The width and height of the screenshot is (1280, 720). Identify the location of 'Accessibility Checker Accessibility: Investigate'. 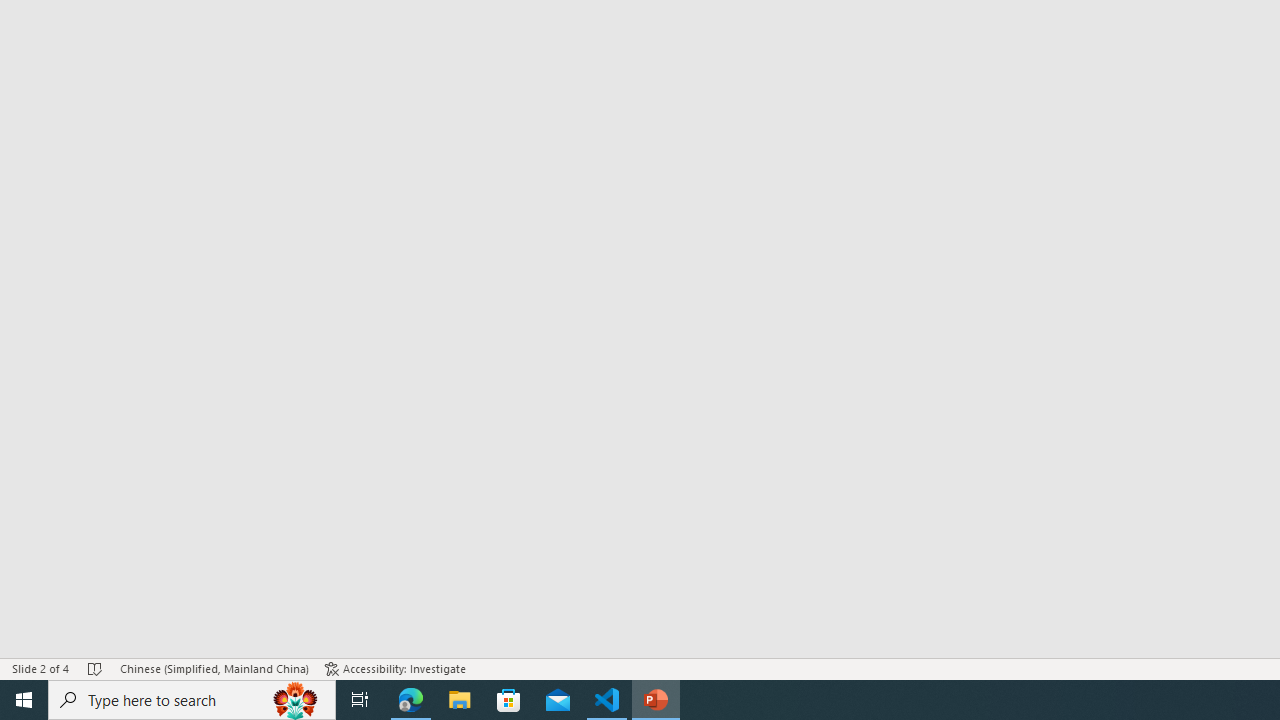
(395, 669).